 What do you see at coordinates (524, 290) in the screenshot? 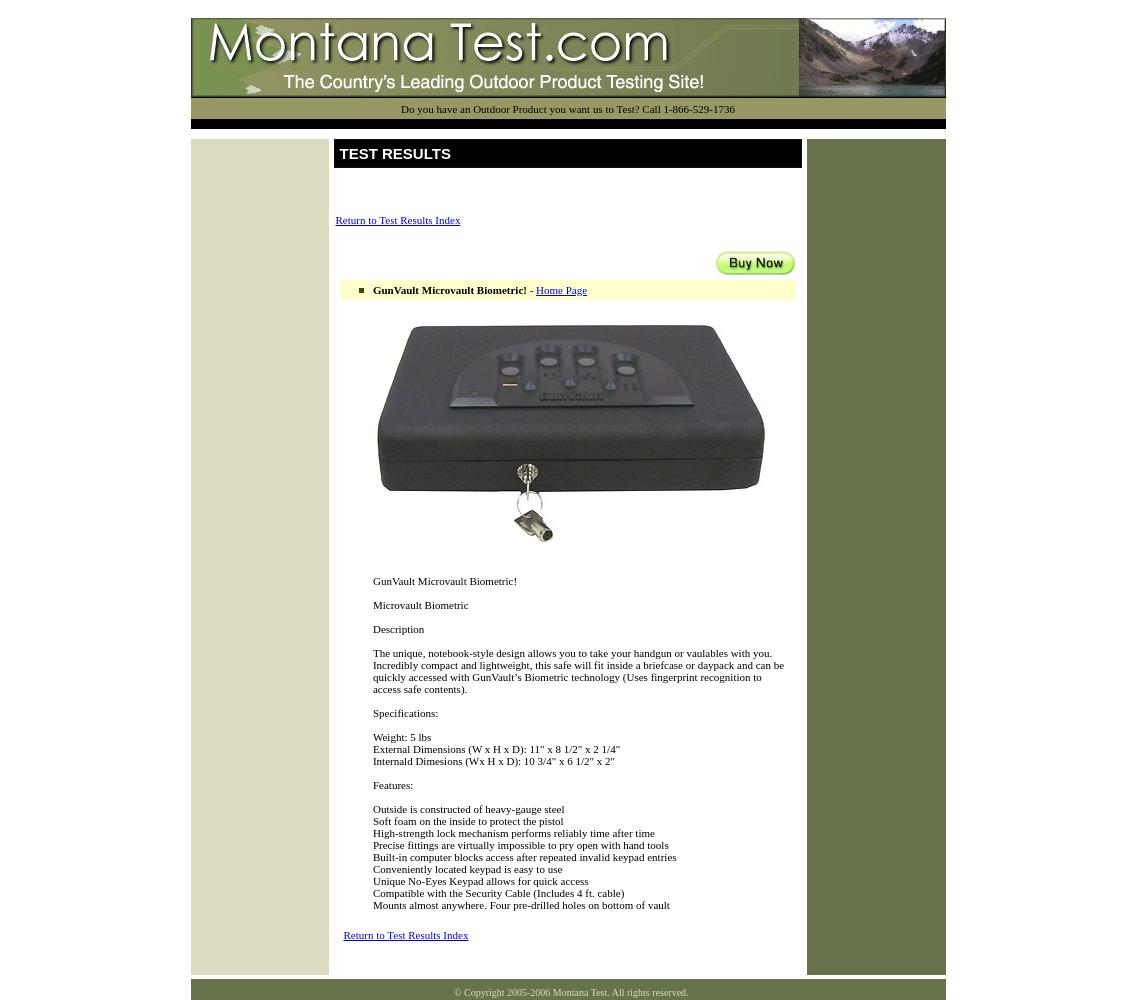
I see `'-'` at bounding box center [524, 290].